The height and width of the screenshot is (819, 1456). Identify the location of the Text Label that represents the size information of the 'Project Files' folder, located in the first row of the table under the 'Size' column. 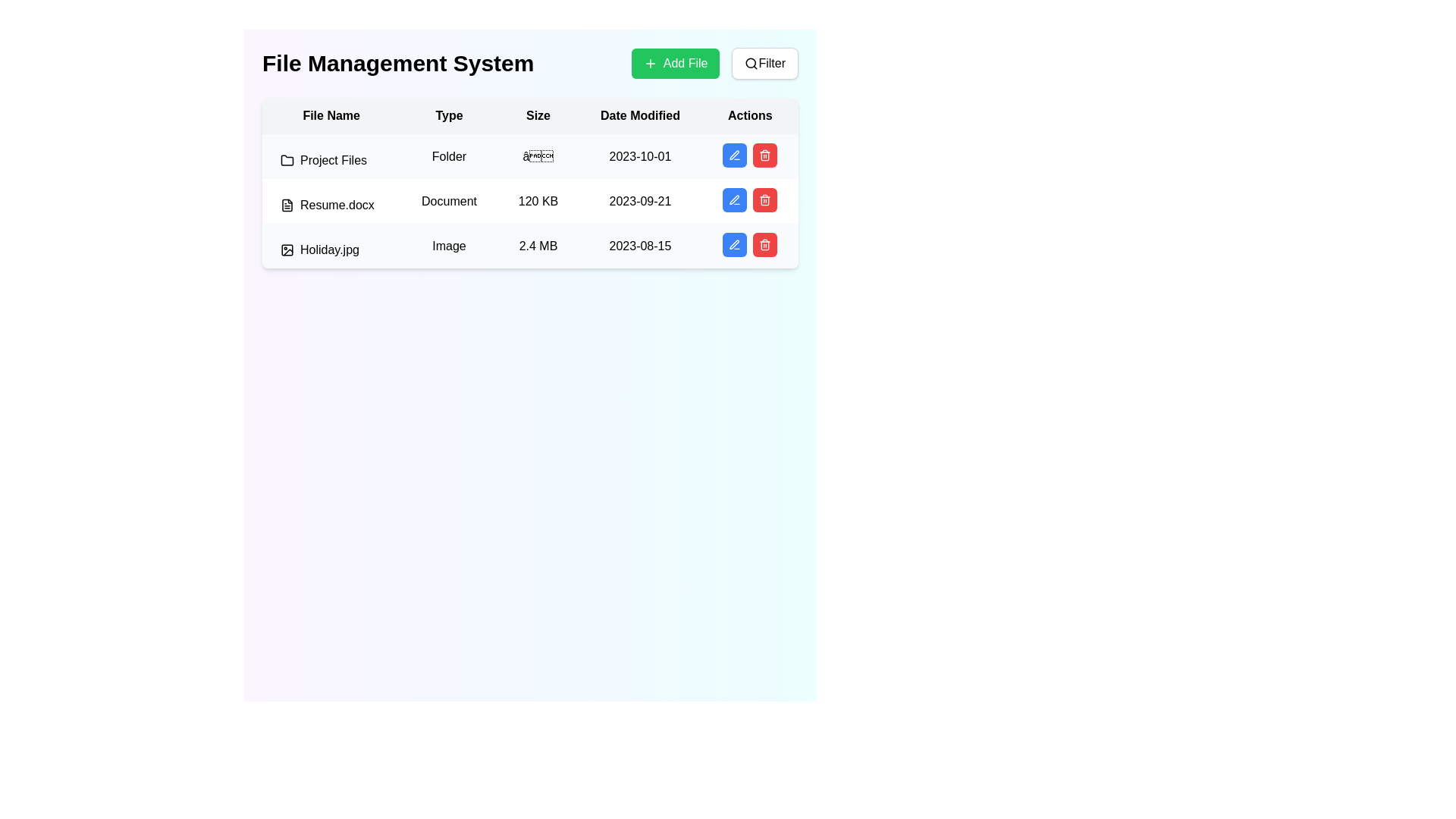
(530, 156).